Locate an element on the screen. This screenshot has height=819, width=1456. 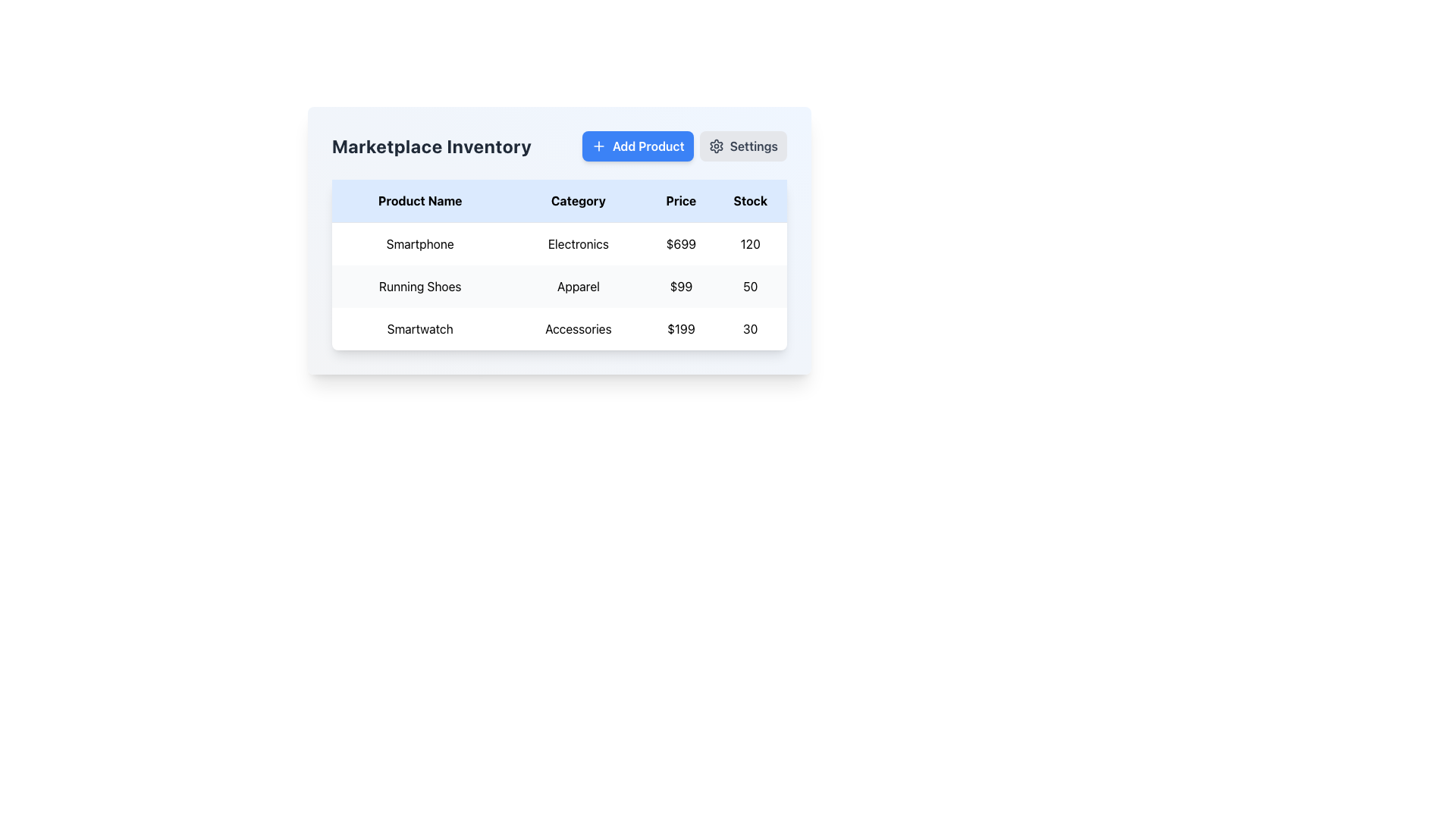
the text label displaying 'Running Shoes' located in the first cell of the second row of the data table is located at coordinates (420, 287).